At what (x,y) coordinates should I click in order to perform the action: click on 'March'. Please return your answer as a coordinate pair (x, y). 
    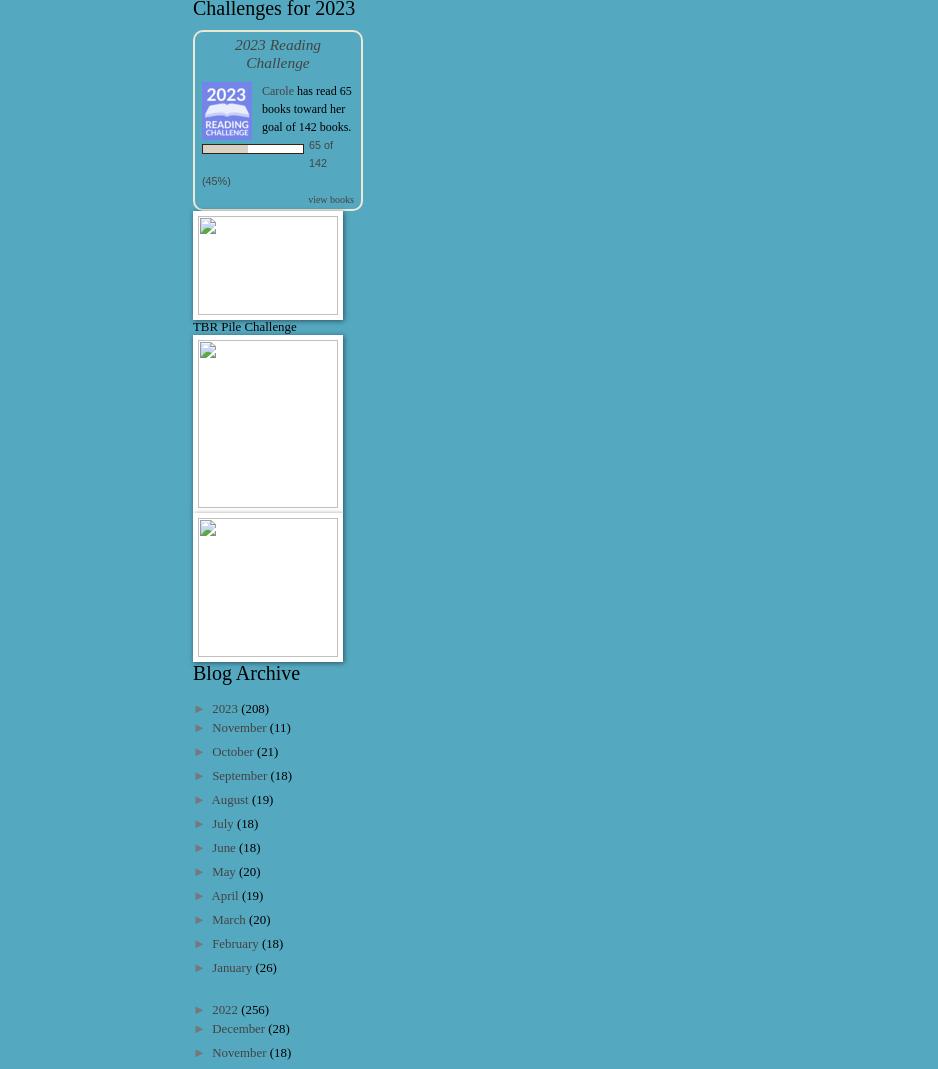
    Looking at the image, I should click on (230, 918).